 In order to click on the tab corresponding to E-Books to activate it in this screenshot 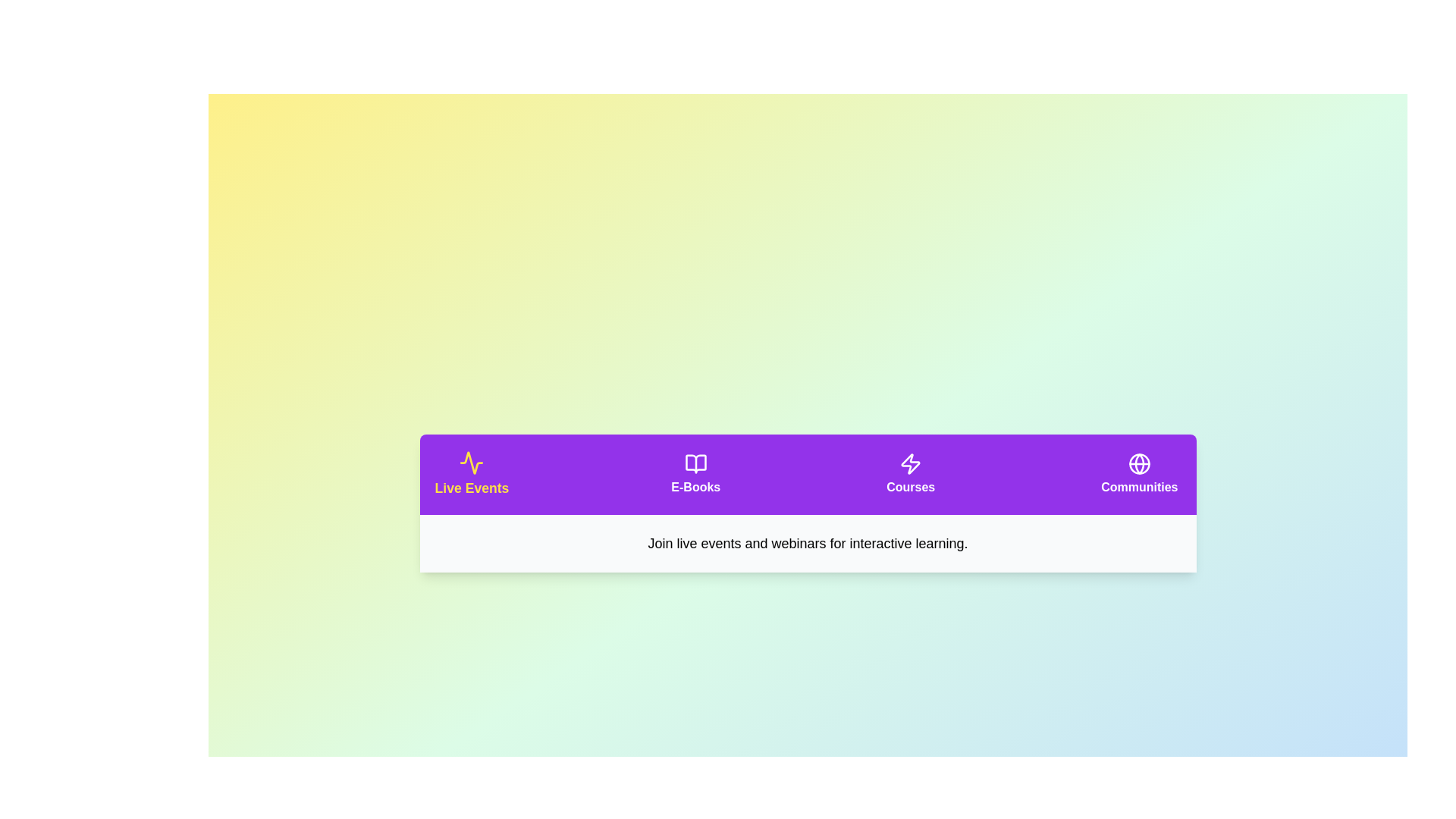, I will do `click(695, 473)`.